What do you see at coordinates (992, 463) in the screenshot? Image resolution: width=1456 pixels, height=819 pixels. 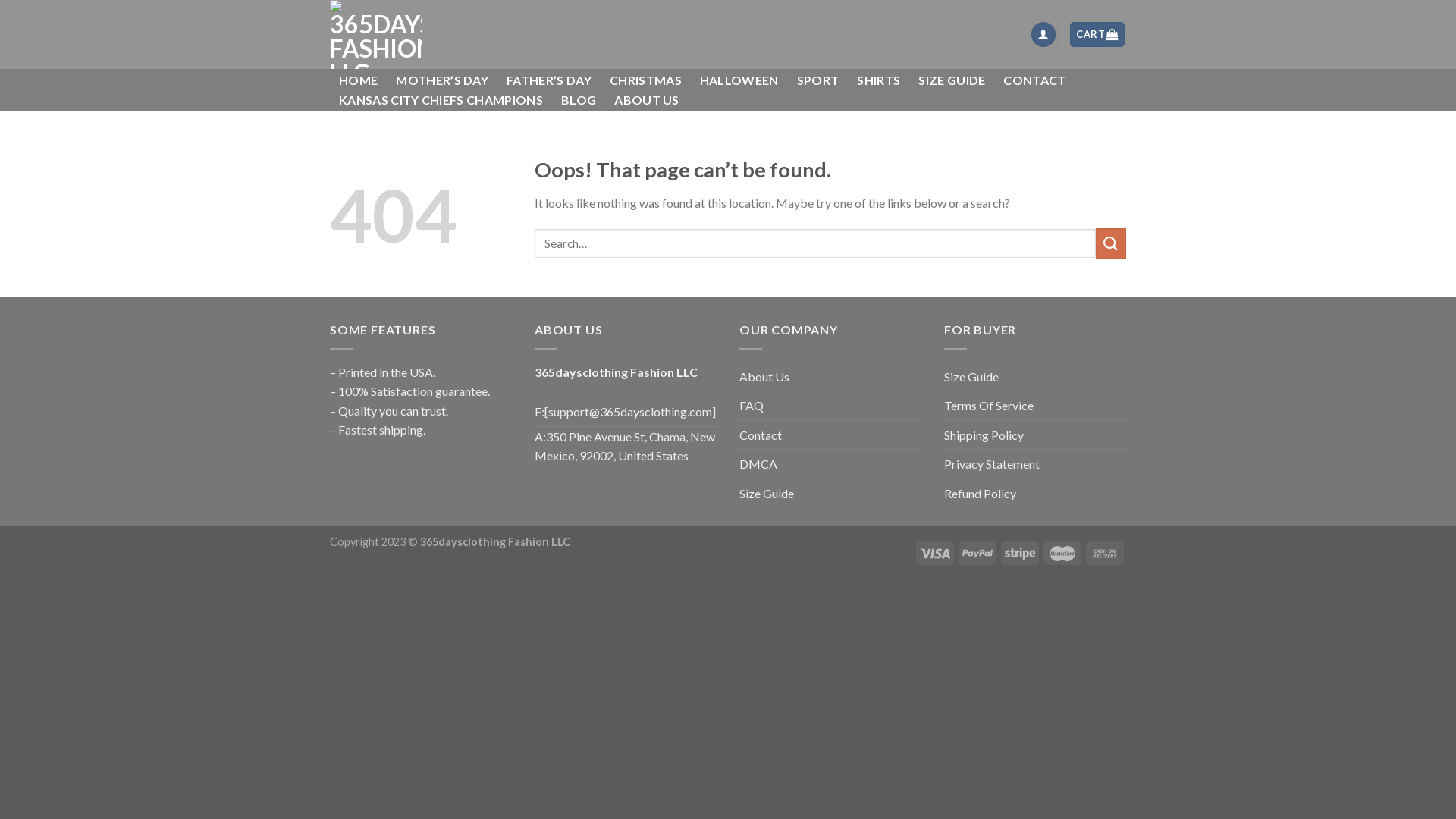 I see `'Privacy Statement'` at bounding box center [992, 463].